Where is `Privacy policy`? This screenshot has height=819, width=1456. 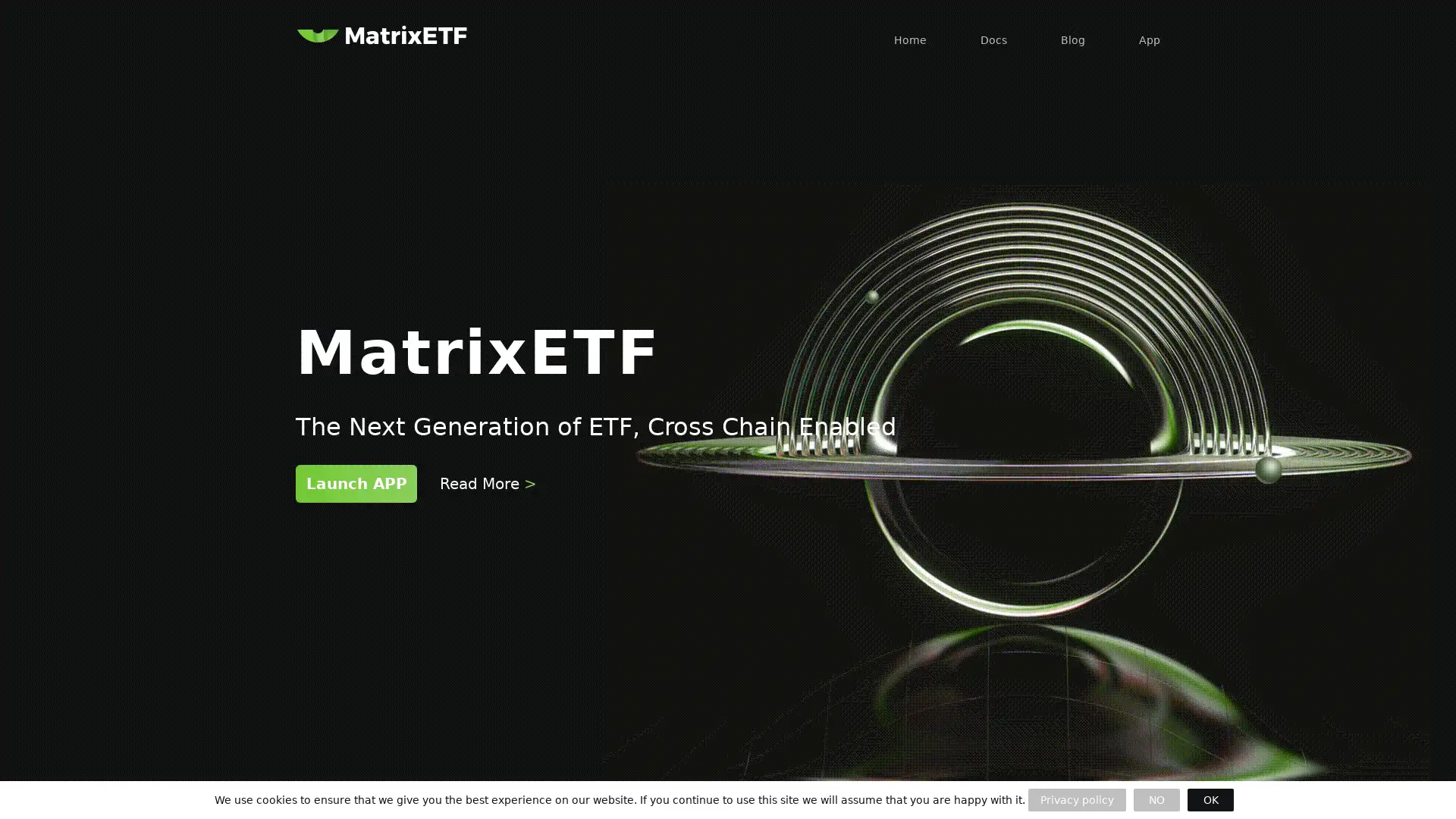 Privacy policy is located at coordinates (1076, 799).